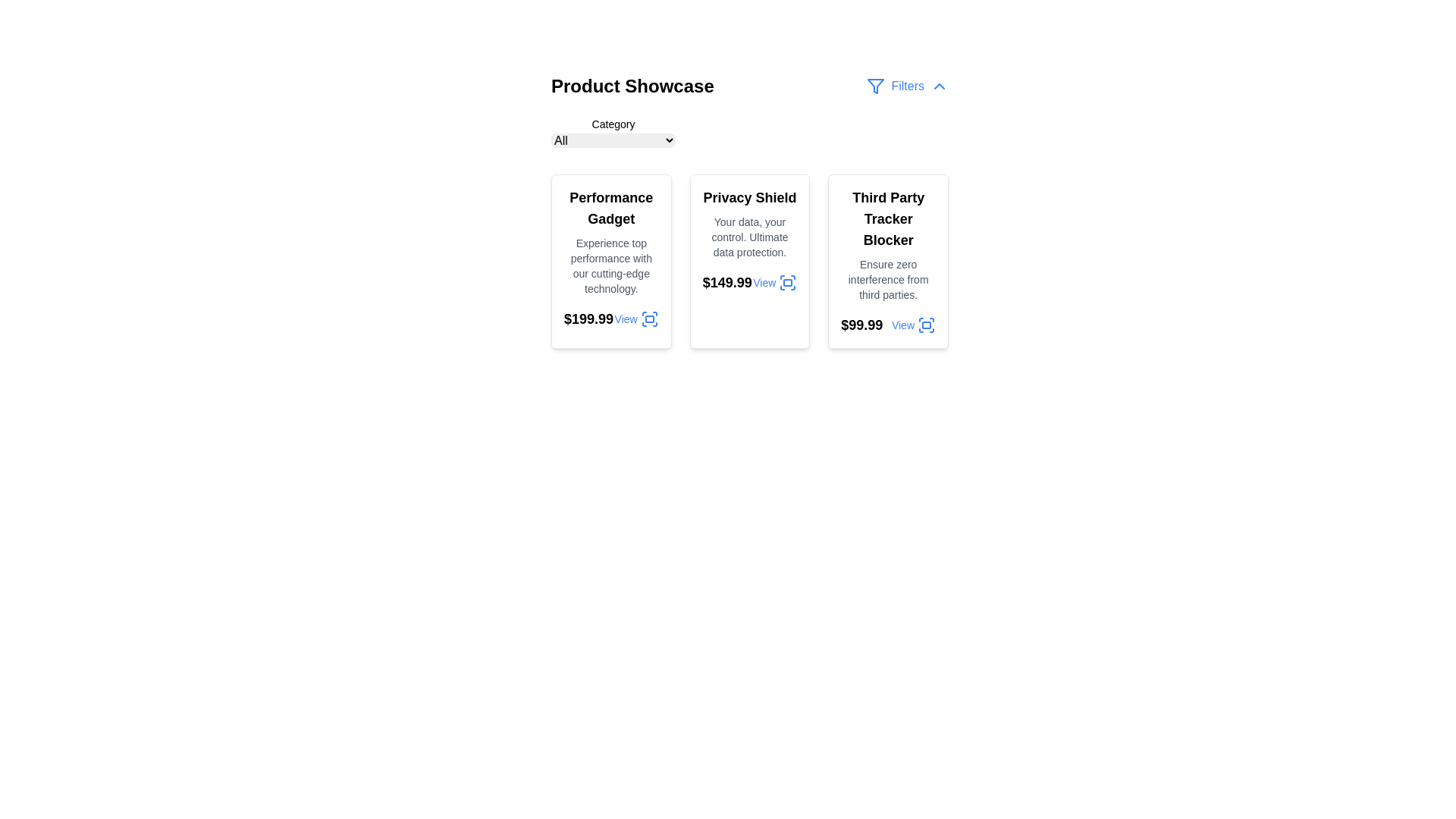 The height and width of the screenshot is (819, 1456). Describe the element at coordinates (749, 197) in the screenshot. I see `the Text label that serves as the title of the product or feature in the second card from the left` at that location.